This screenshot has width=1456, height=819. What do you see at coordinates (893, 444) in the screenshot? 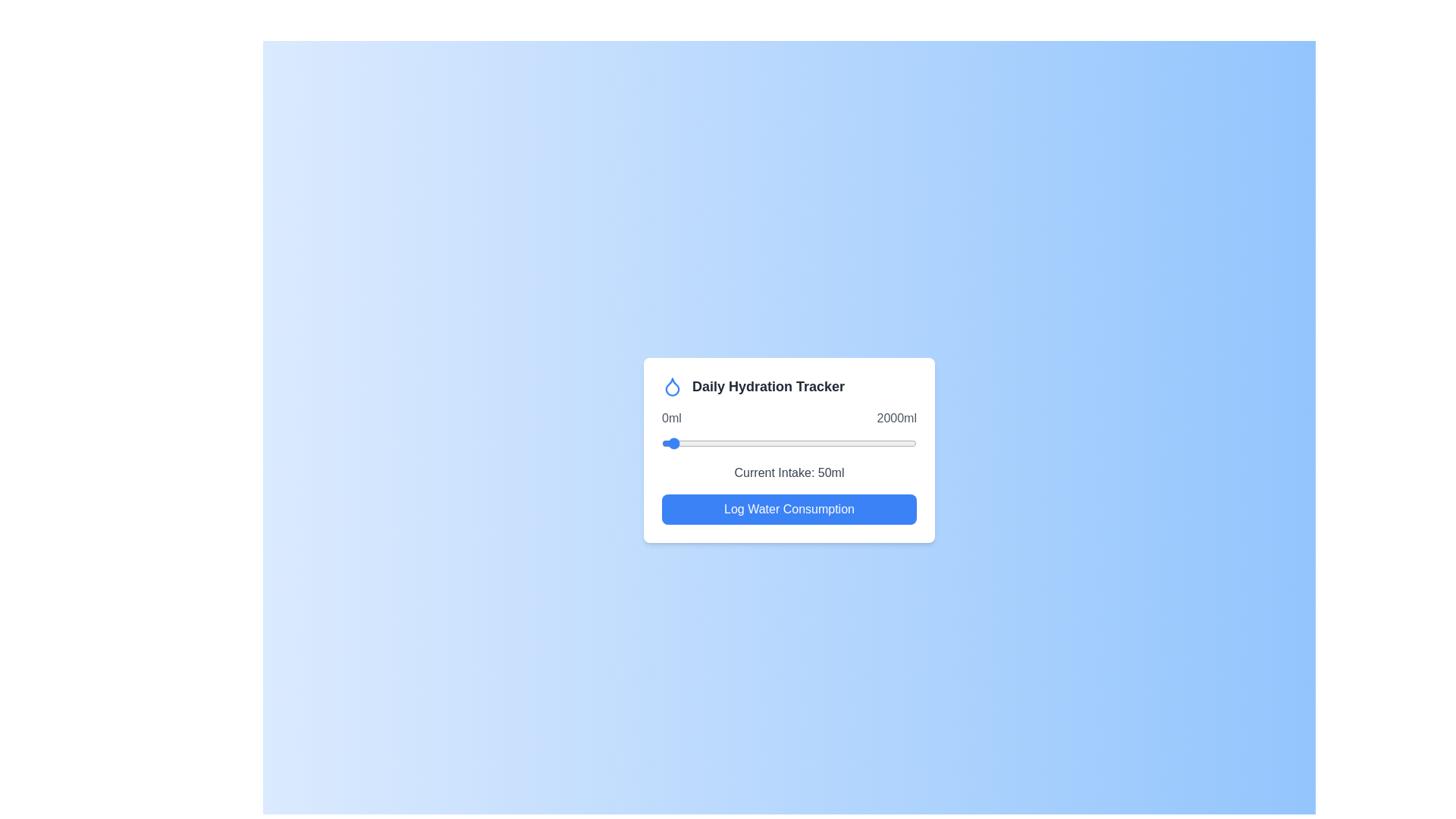
I see `the hydration slider to set the water intake to 1810 ml` at bounding box center [893, 444].